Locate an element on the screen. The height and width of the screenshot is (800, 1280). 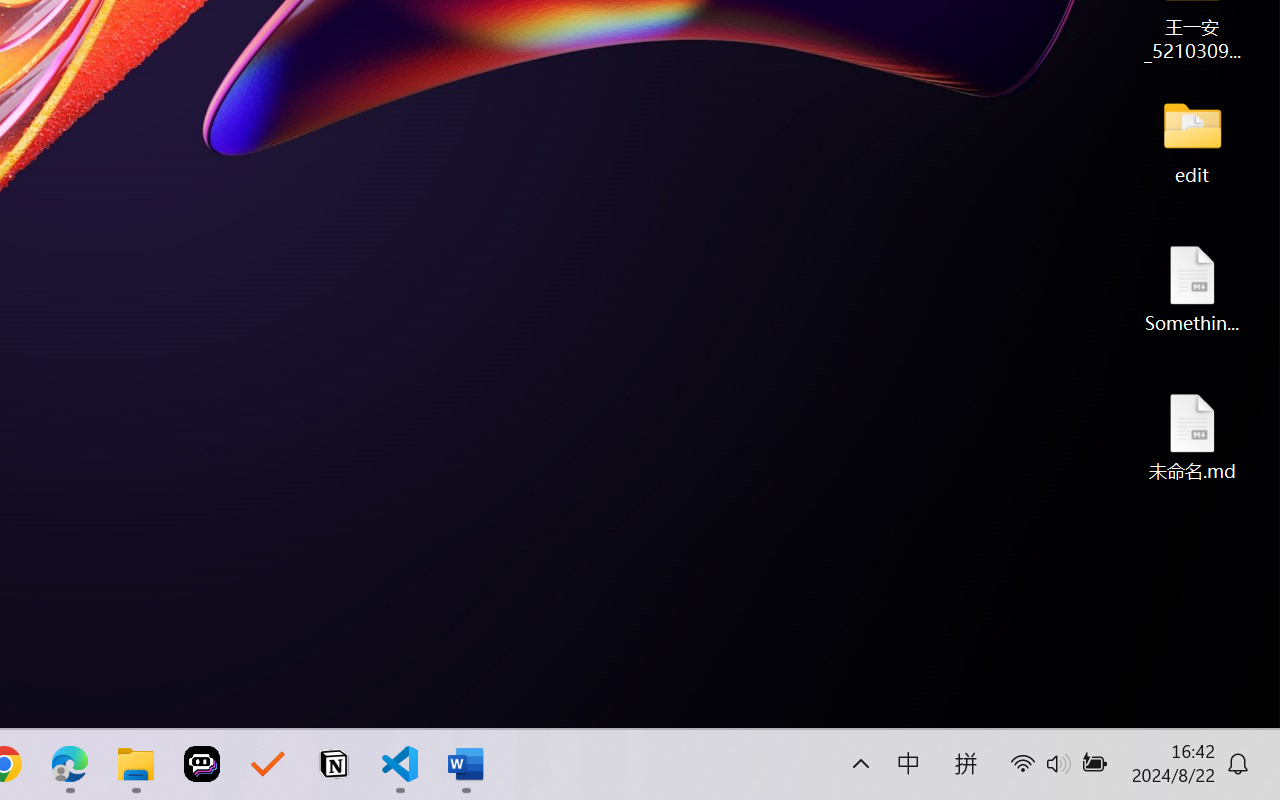
'edit' is located at coordinates (1192, 140).